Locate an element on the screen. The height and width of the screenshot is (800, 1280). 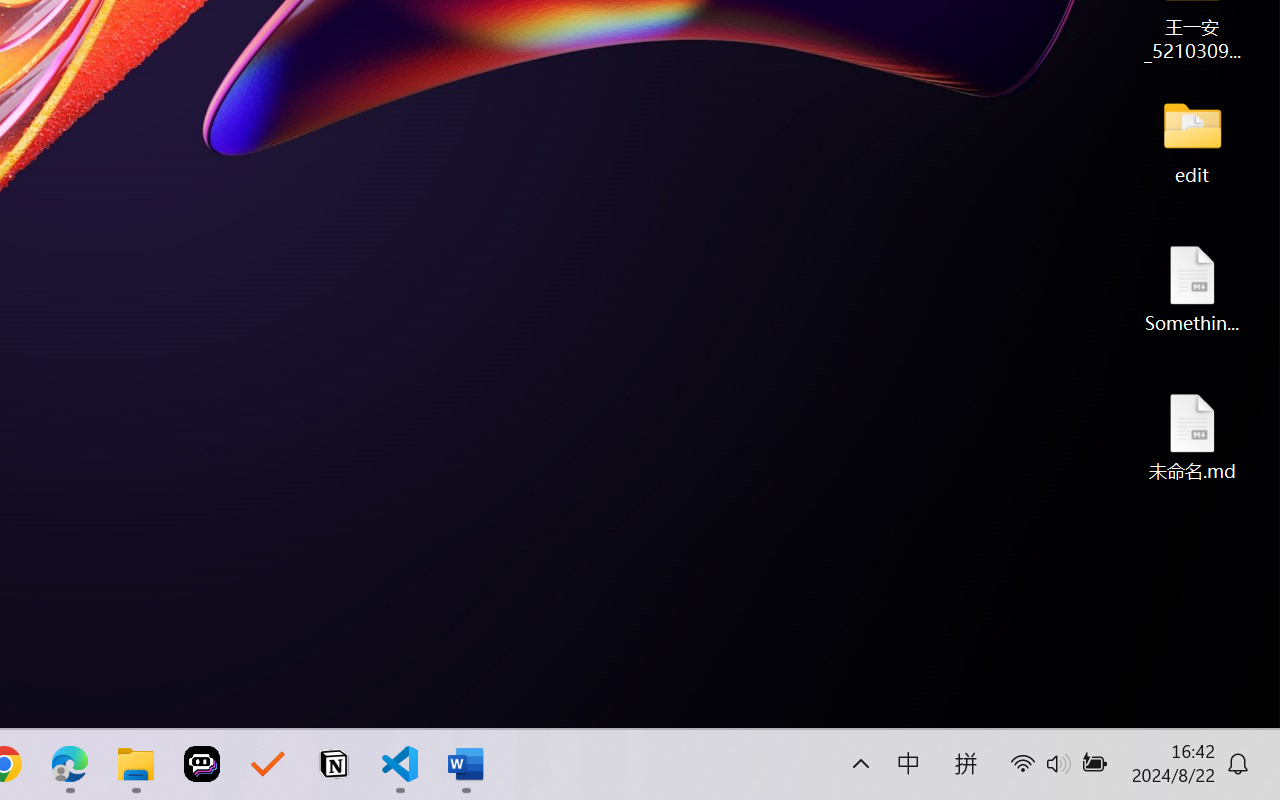
'edit' is located at coordinates (1192, 140).